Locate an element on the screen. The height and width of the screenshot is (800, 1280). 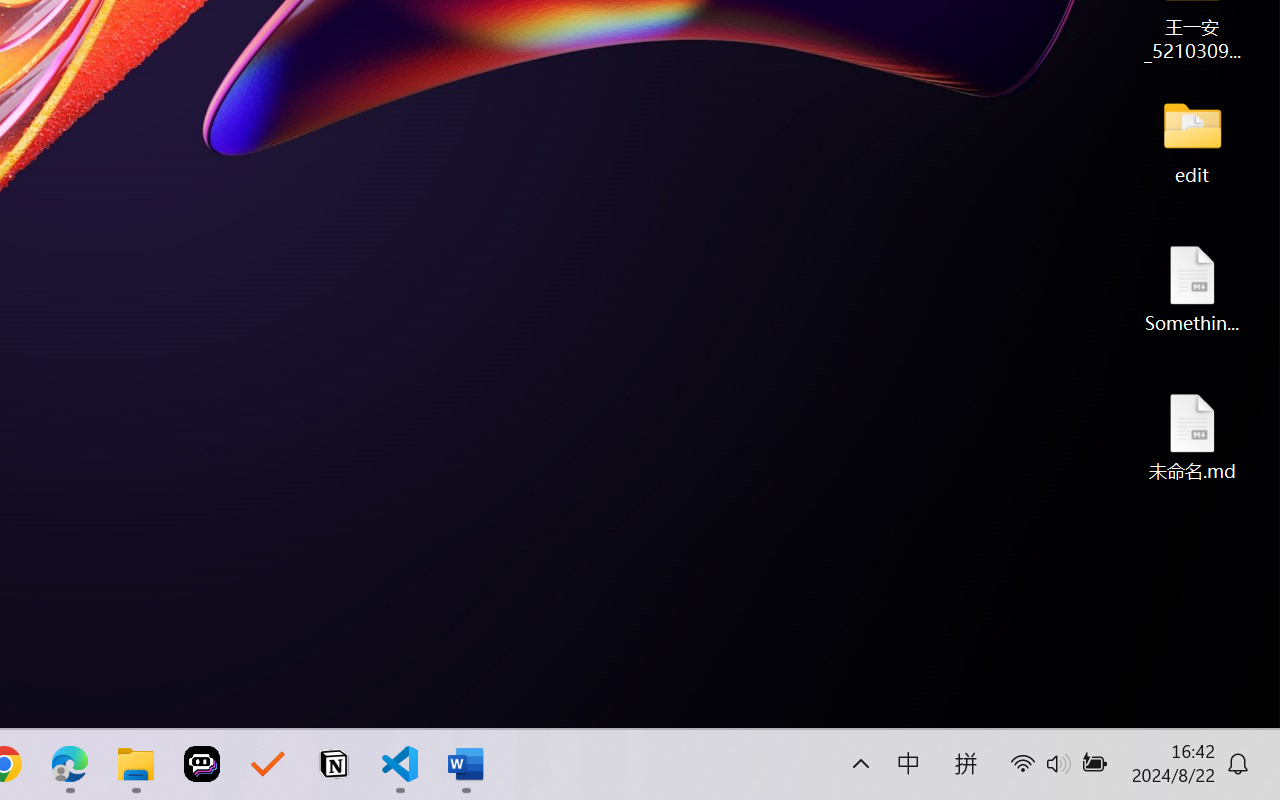
'edit' is located at coordinates (1192, 140).